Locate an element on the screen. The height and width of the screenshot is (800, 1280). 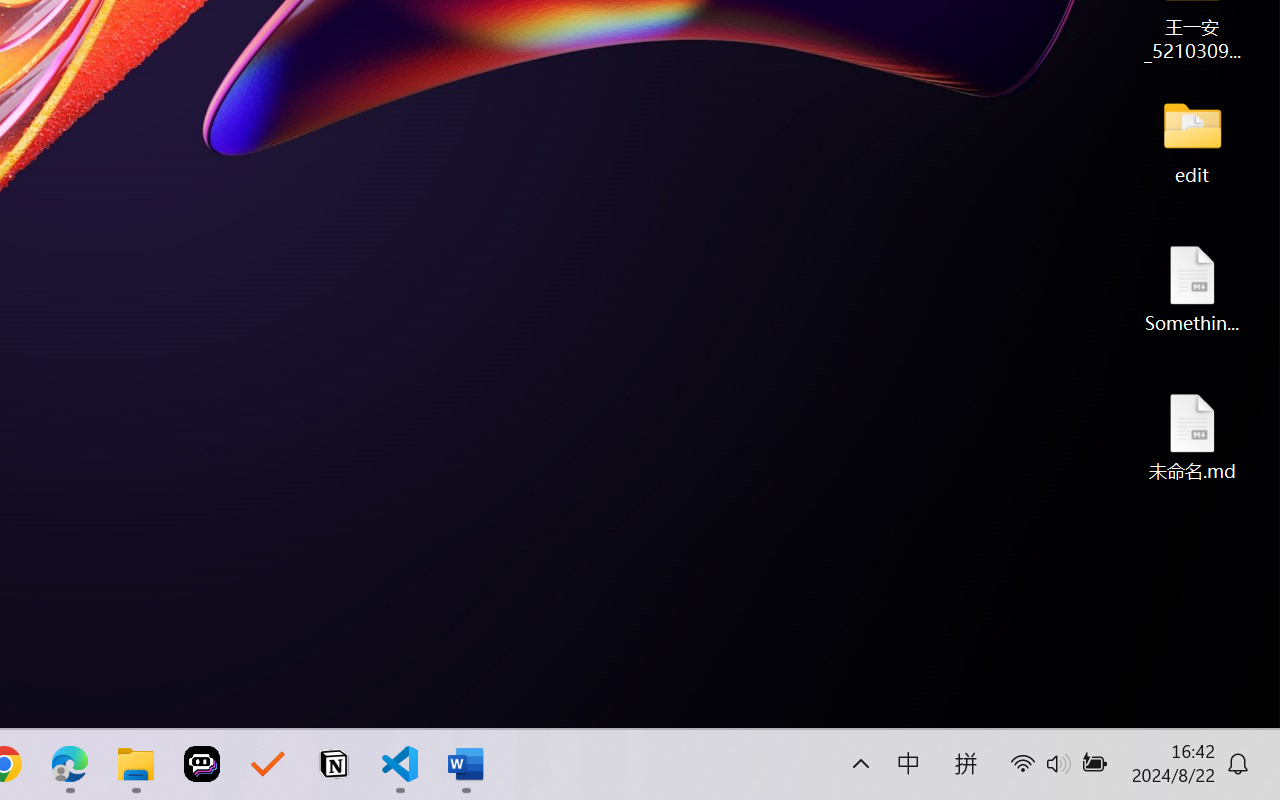
'edit' is located at coordinates (1192, 140).